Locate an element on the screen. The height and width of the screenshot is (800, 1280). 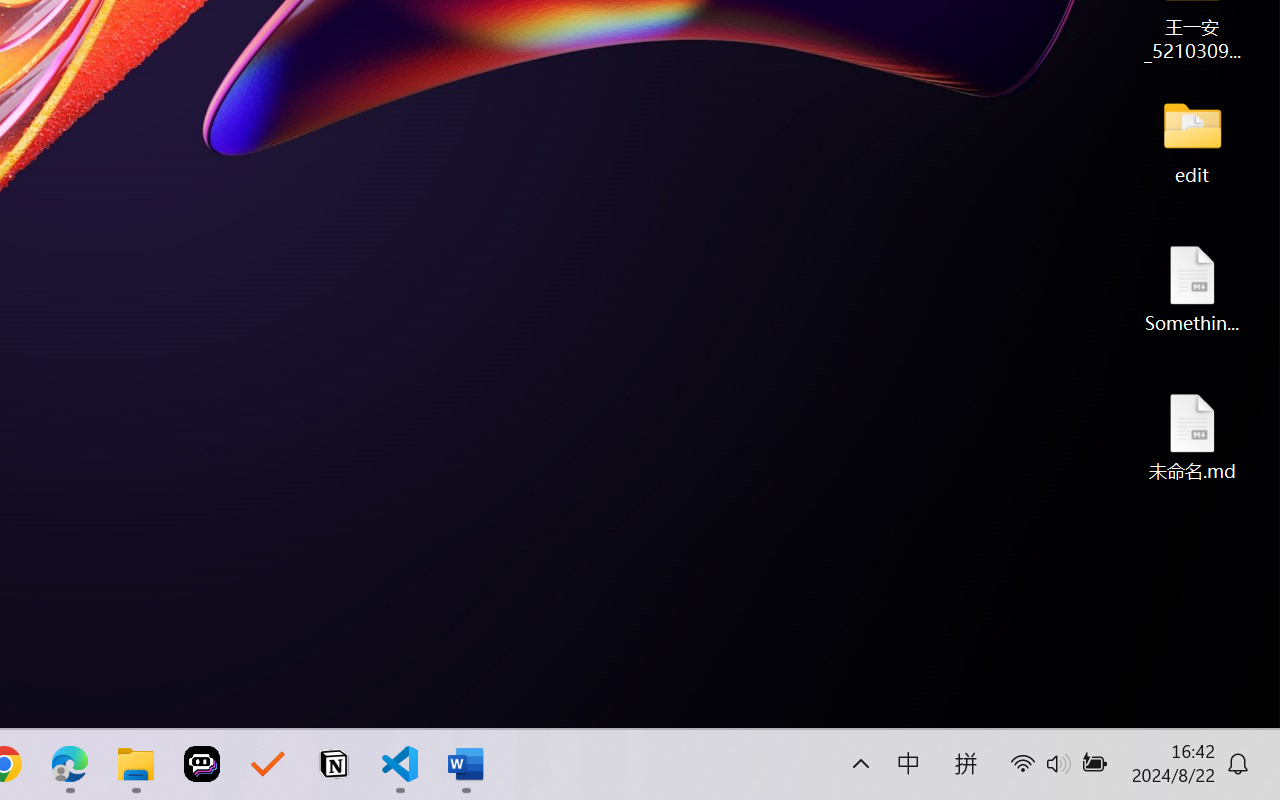
'edit' is located at coordinates (1192, 140).